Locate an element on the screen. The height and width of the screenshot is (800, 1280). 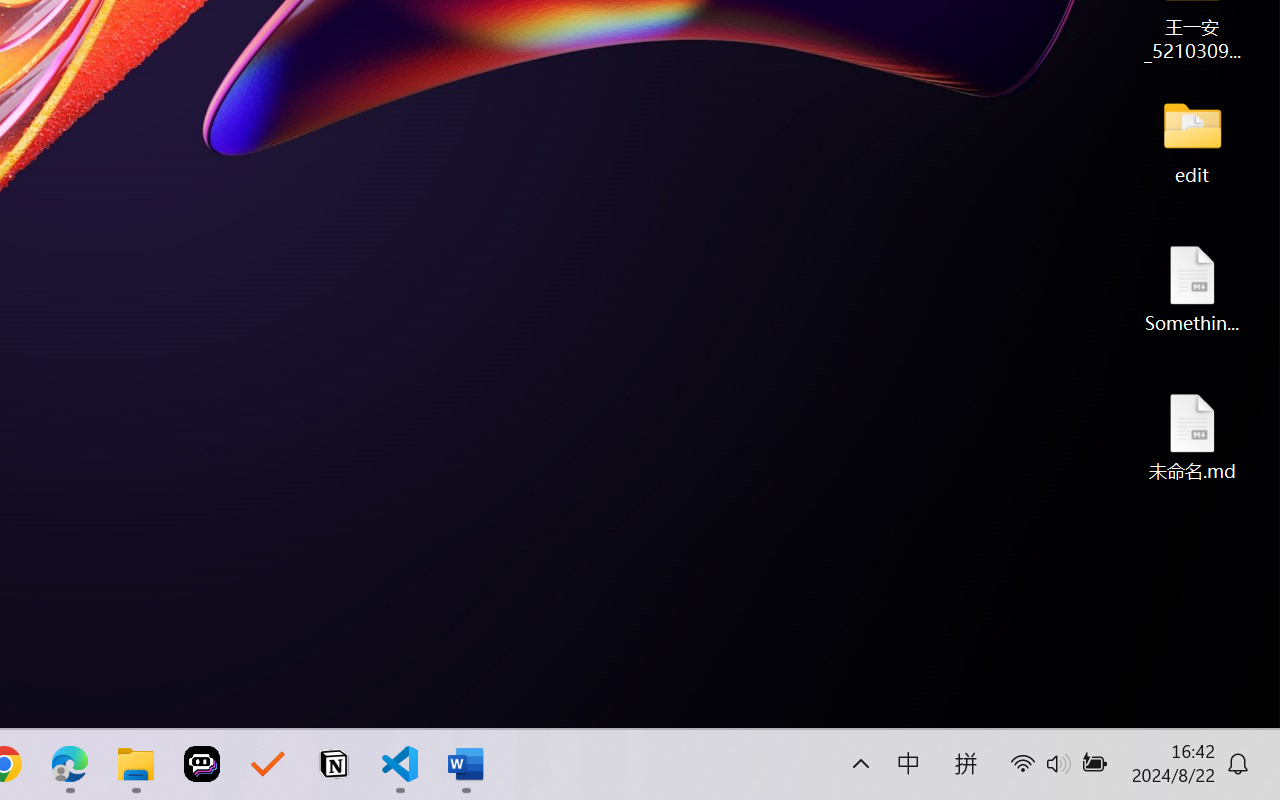
'edit' is located at coordinates (1192, 140).